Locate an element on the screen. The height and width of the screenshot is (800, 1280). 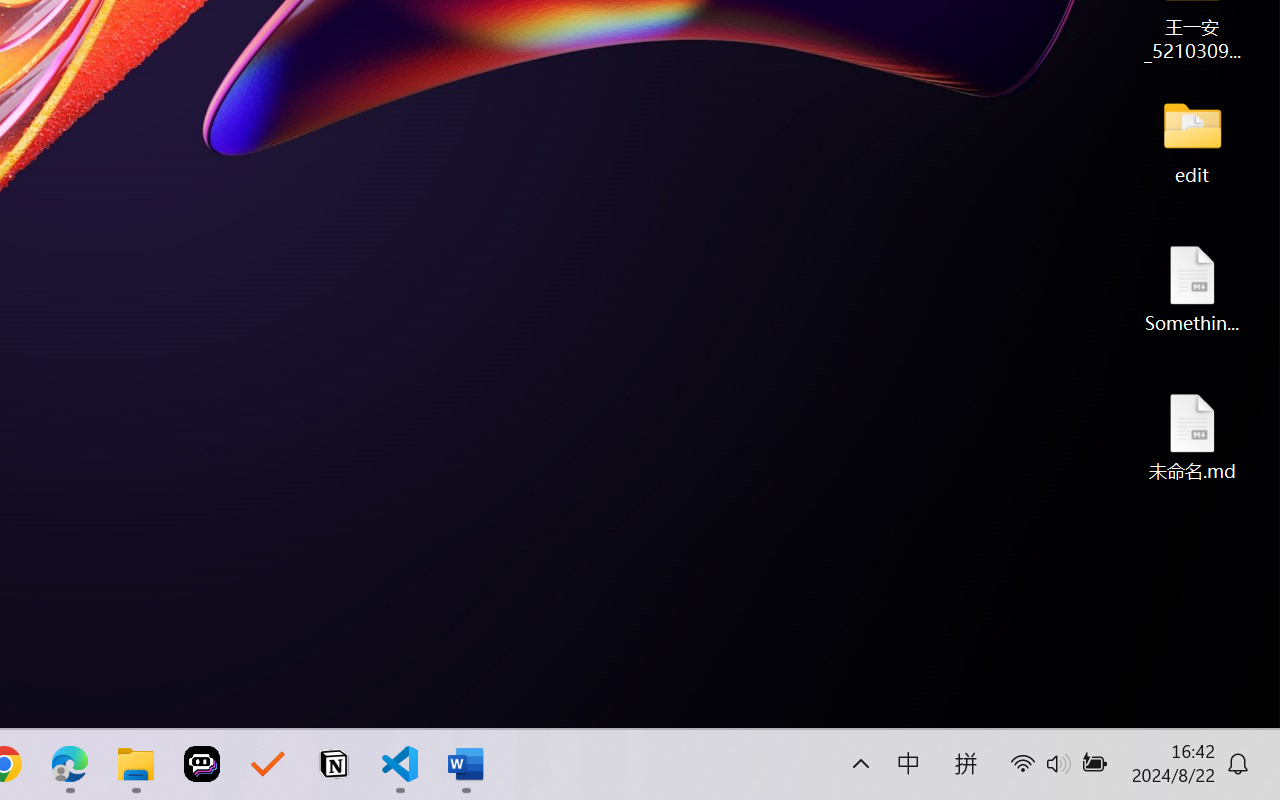
'edit' is located at coordinates (1192, 140).